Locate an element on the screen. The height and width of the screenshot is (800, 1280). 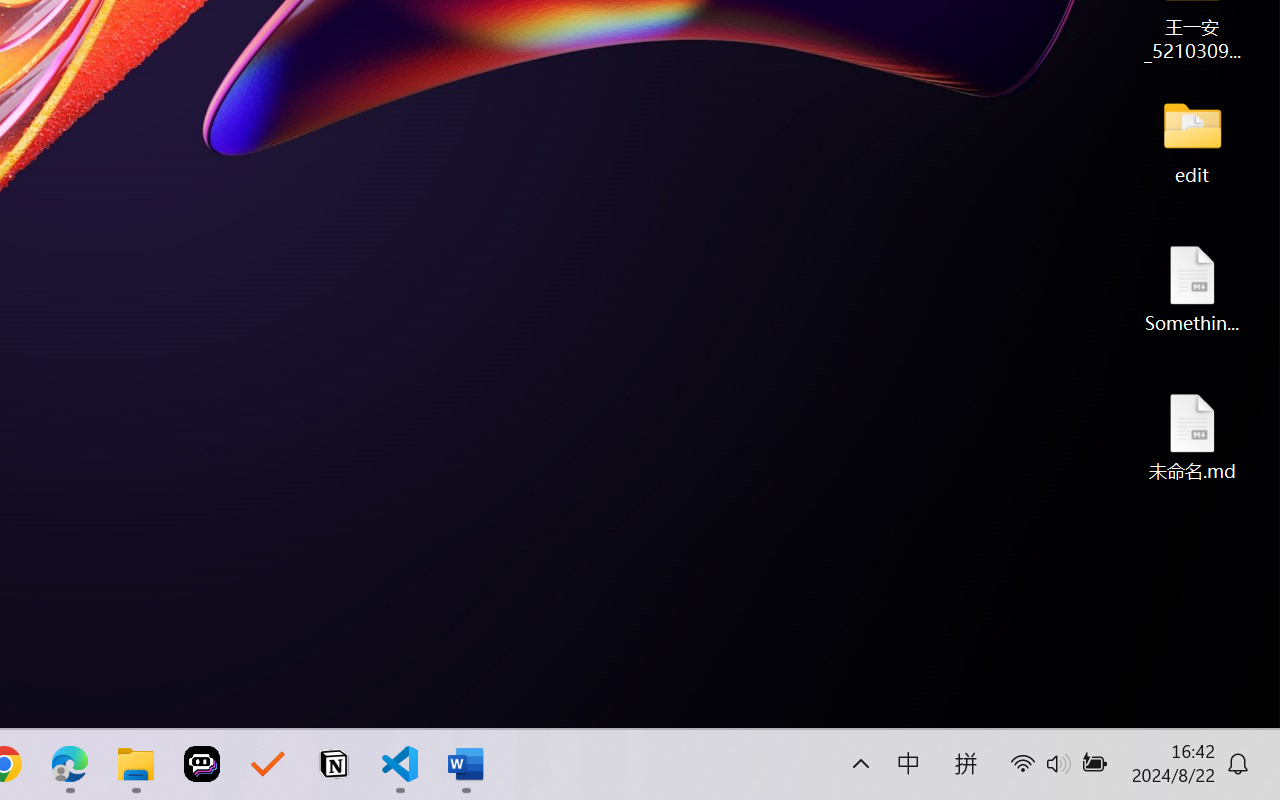
'edit' is located at coordinates (1192, 140).